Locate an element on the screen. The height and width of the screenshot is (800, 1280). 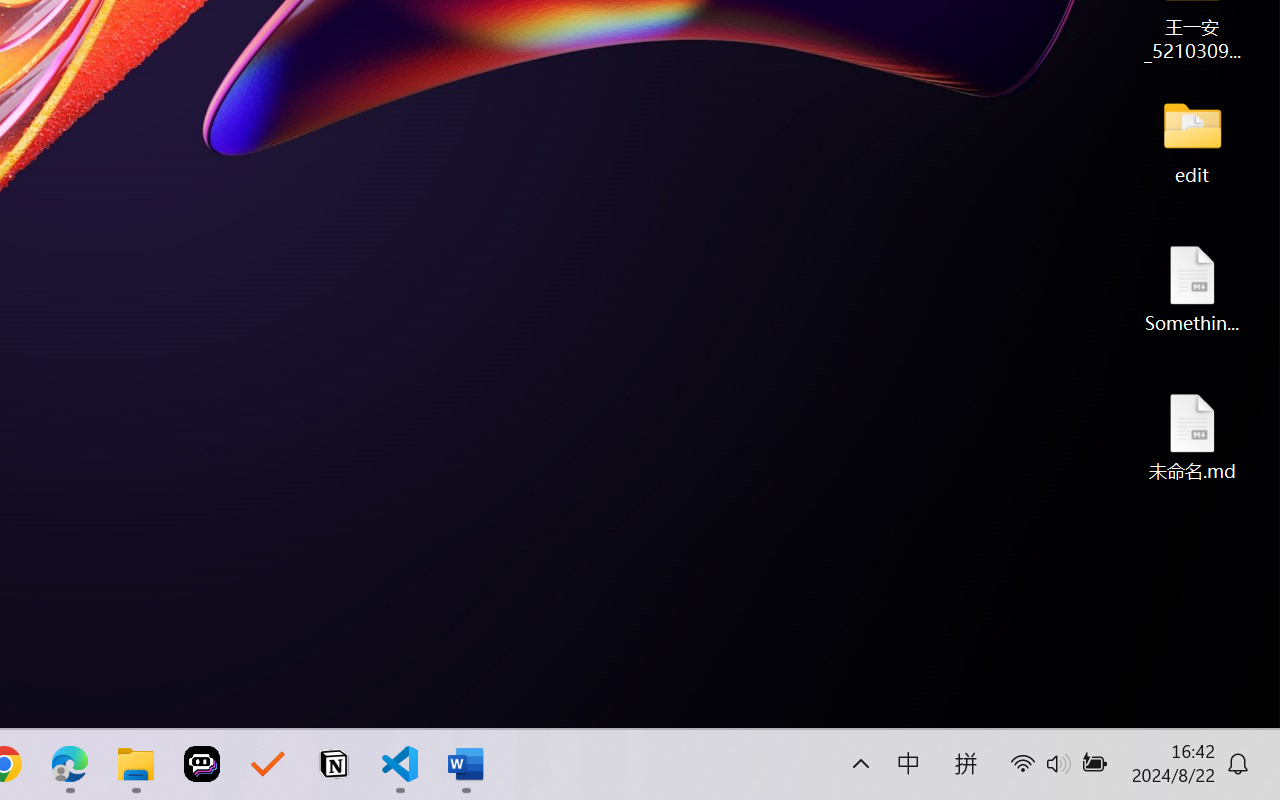
'edit' is located at coordinates (1192, 140).